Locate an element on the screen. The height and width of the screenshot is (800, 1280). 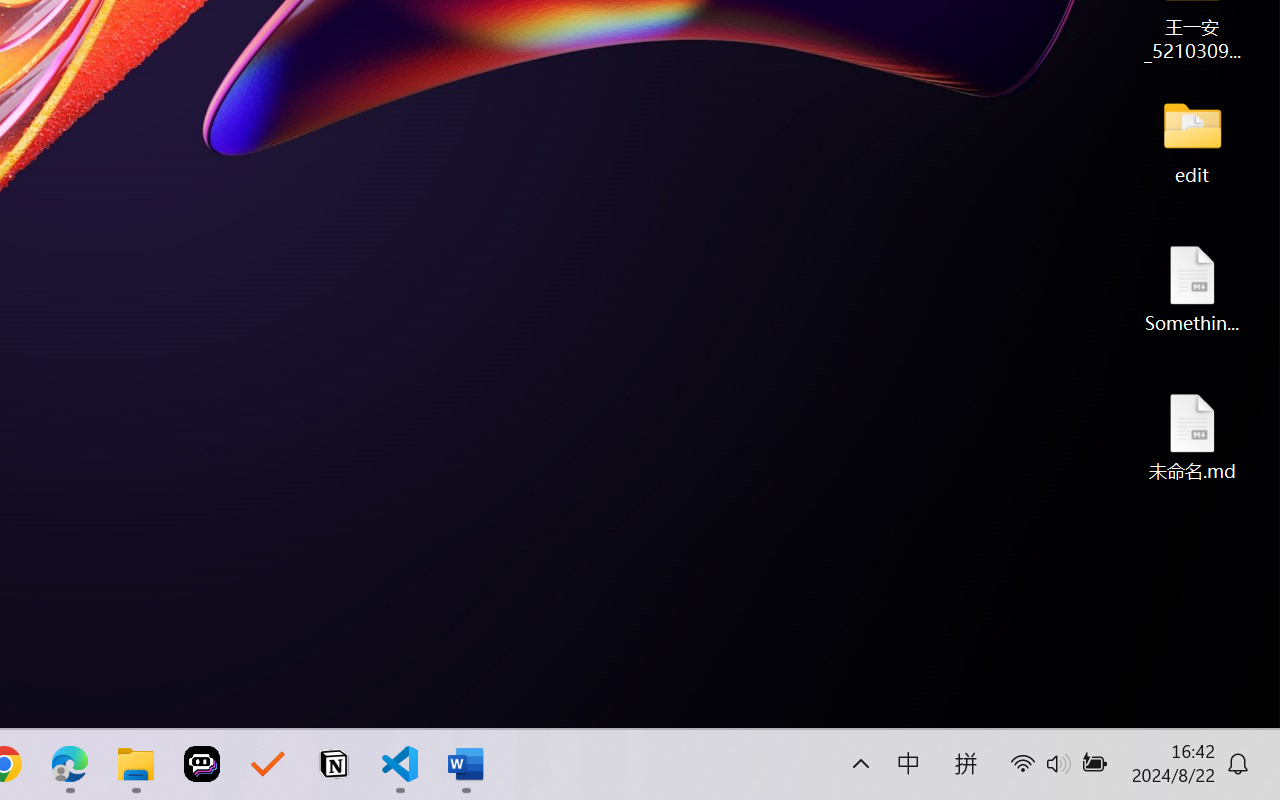
'edit' is located at coordinates (1192, 140).